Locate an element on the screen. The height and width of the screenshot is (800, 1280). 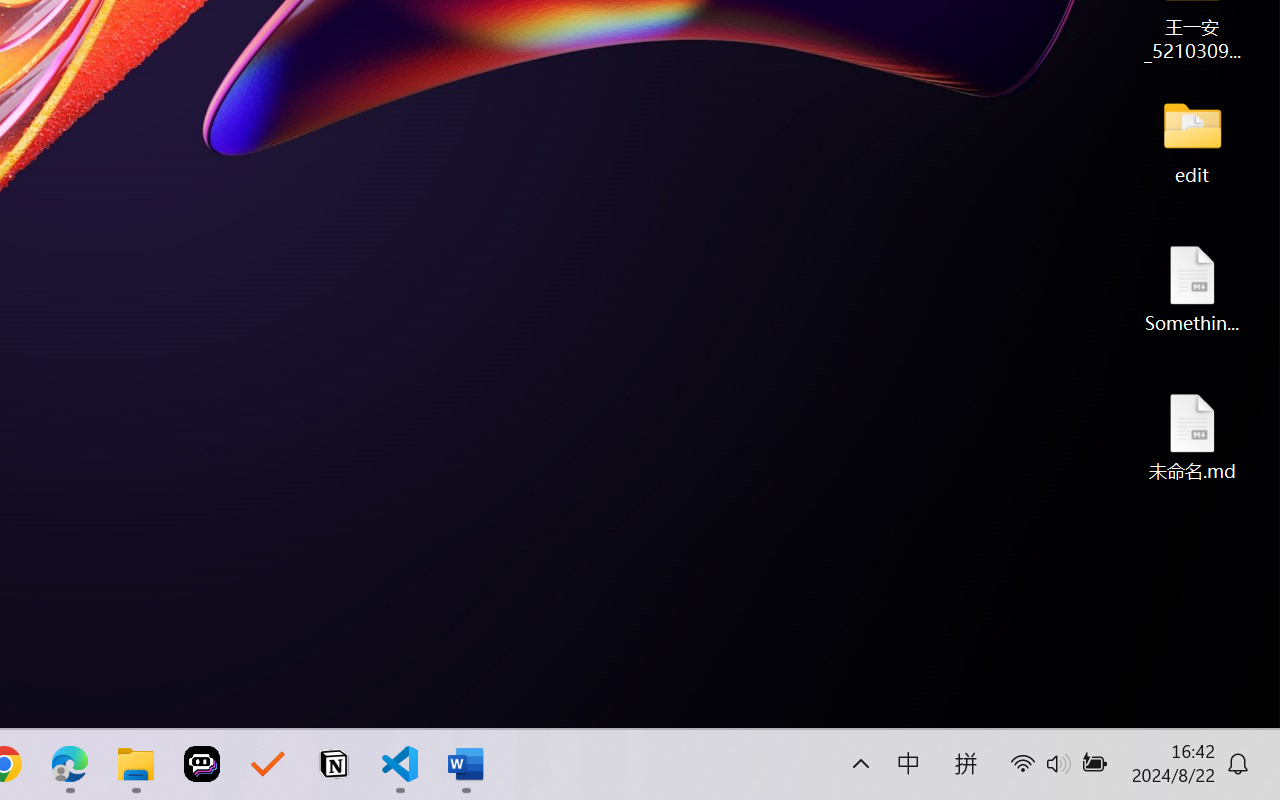
'edit' is located at coordinates (1192, 140).